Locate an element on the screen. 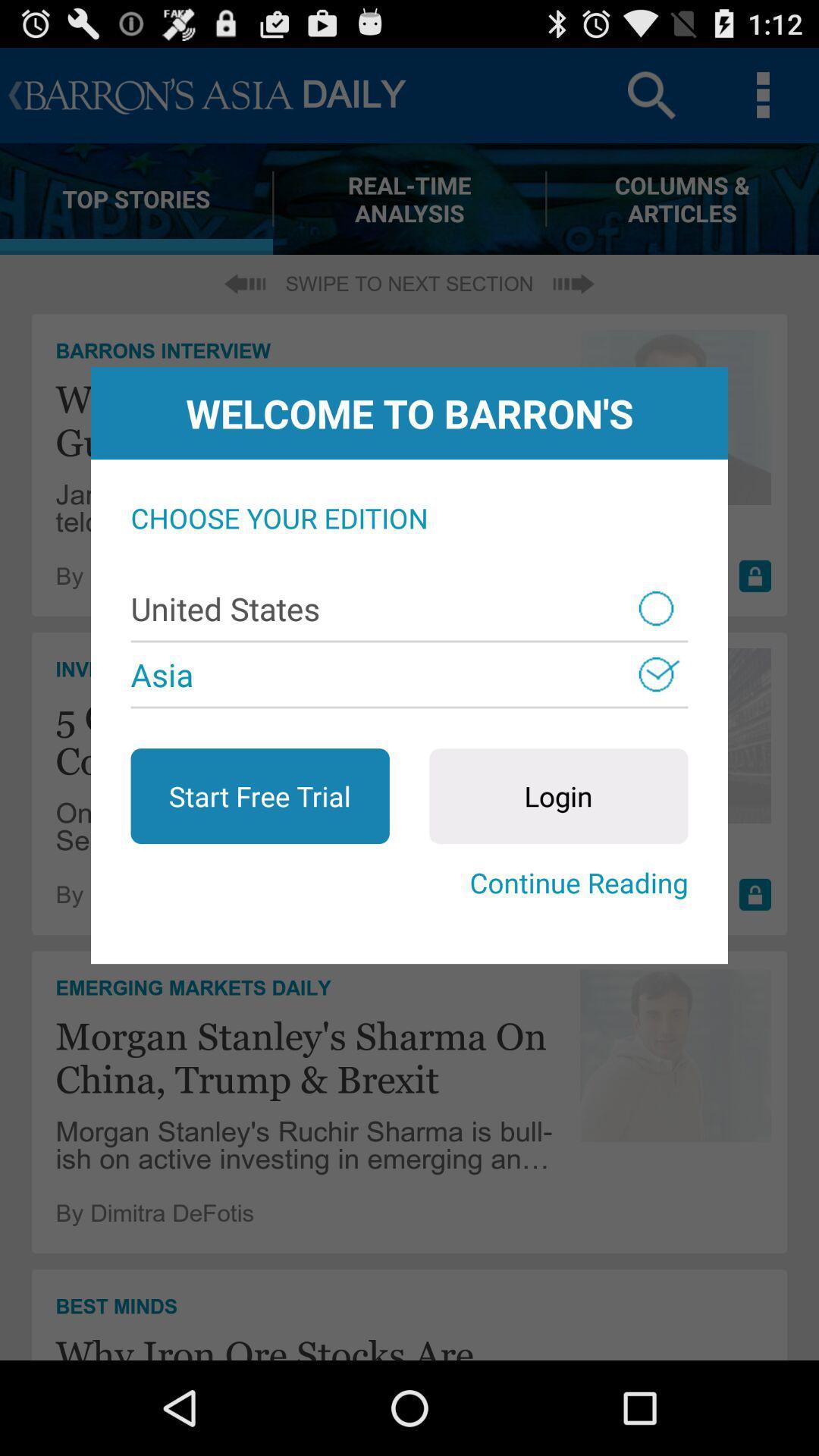 This screenshot has width=819, height=1456. icon to the right of the start free trial button is located at coordinates (558, 795).